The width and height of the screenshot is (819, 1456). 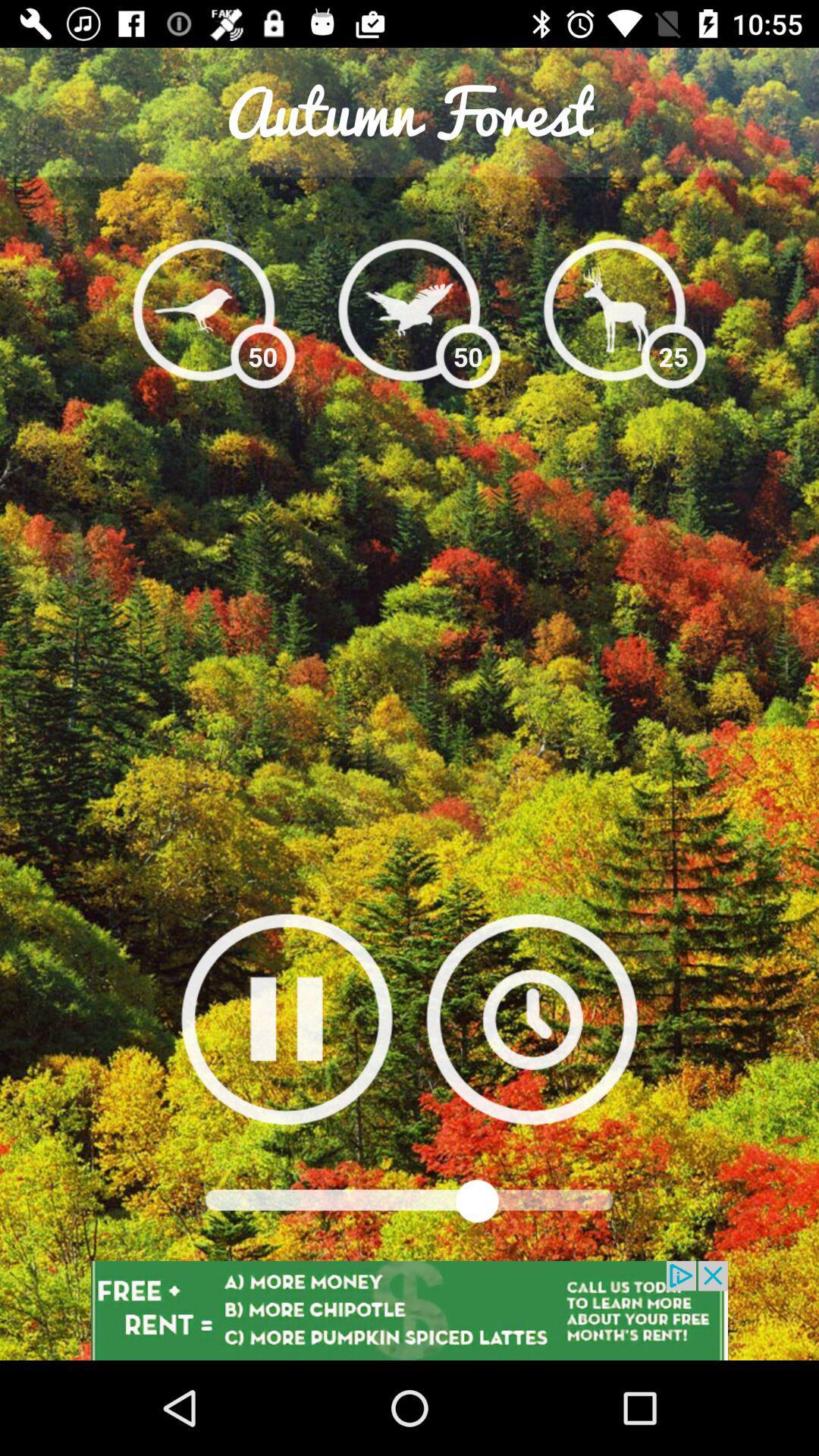 What do you see at coordinates (408, 309) in the screenshot?
I see `mammal name` at bounding box center [408, 309].